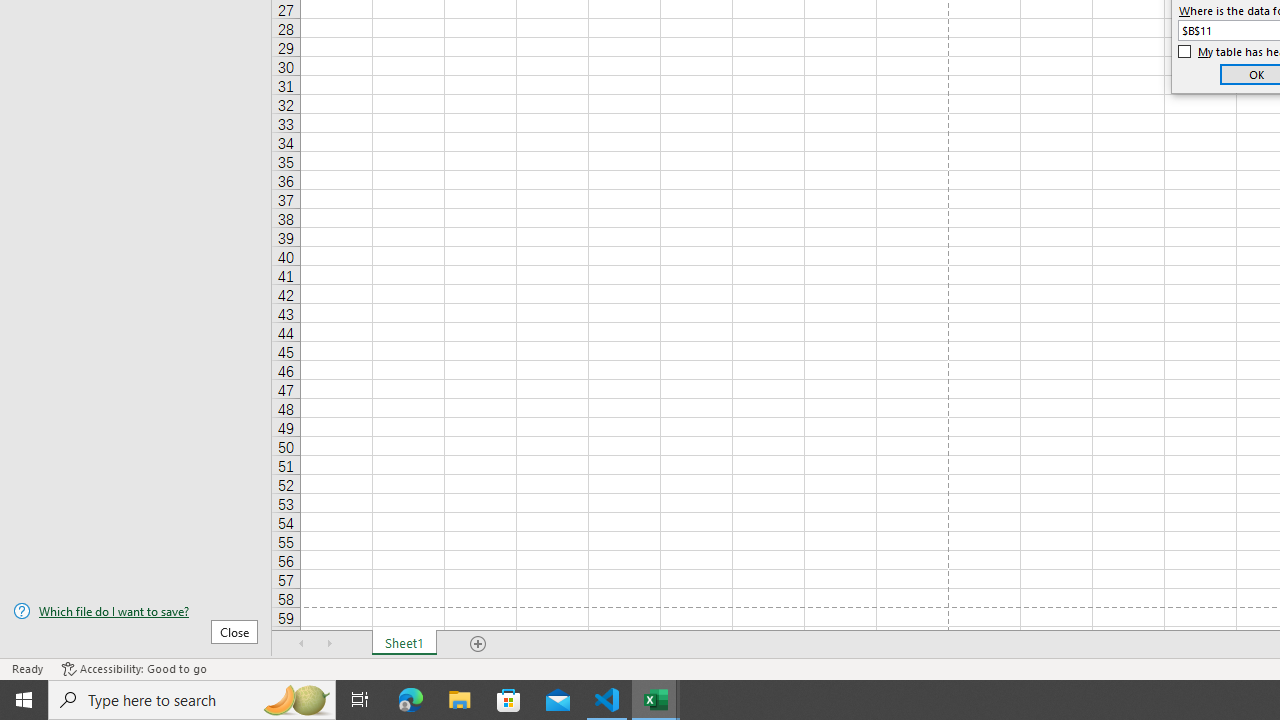 The height and width of the screenshot is (720, 1280). I want to click on 'Scroll Right', so click(330, 644).